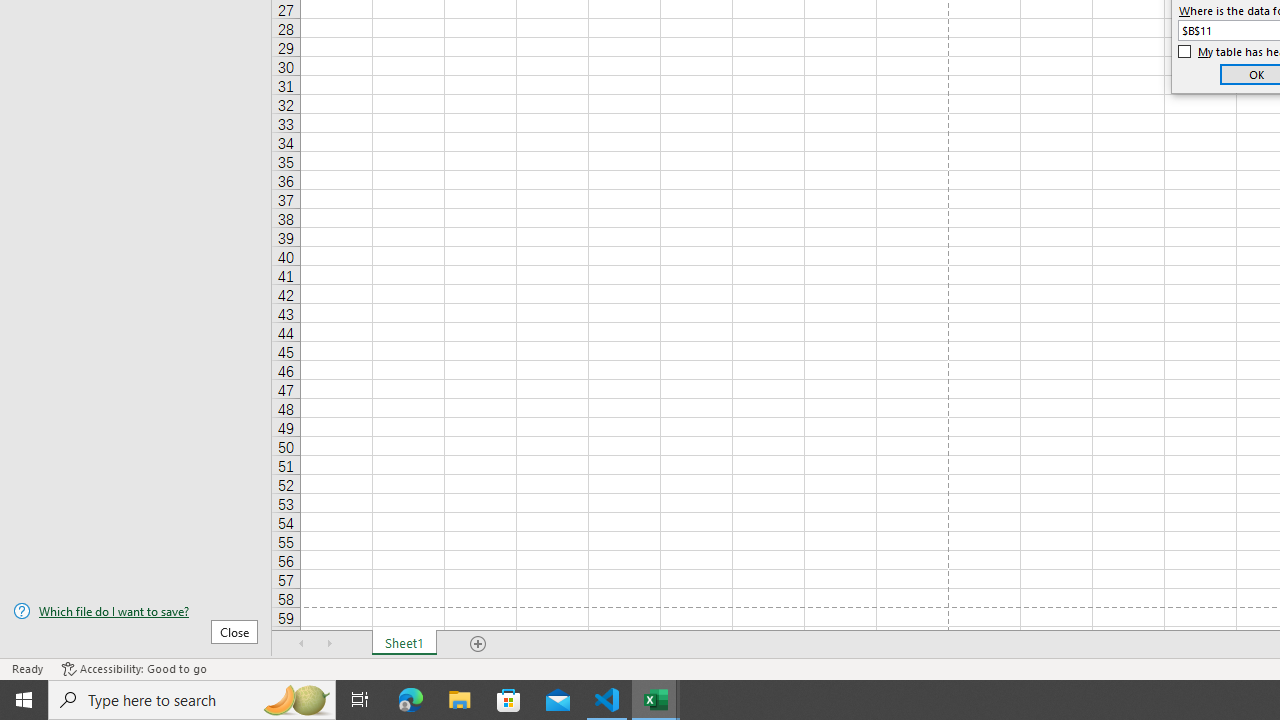 The height and width of the screenshot is (720, 1280). I want to click on 'Scroll Right', so click(330, 644).